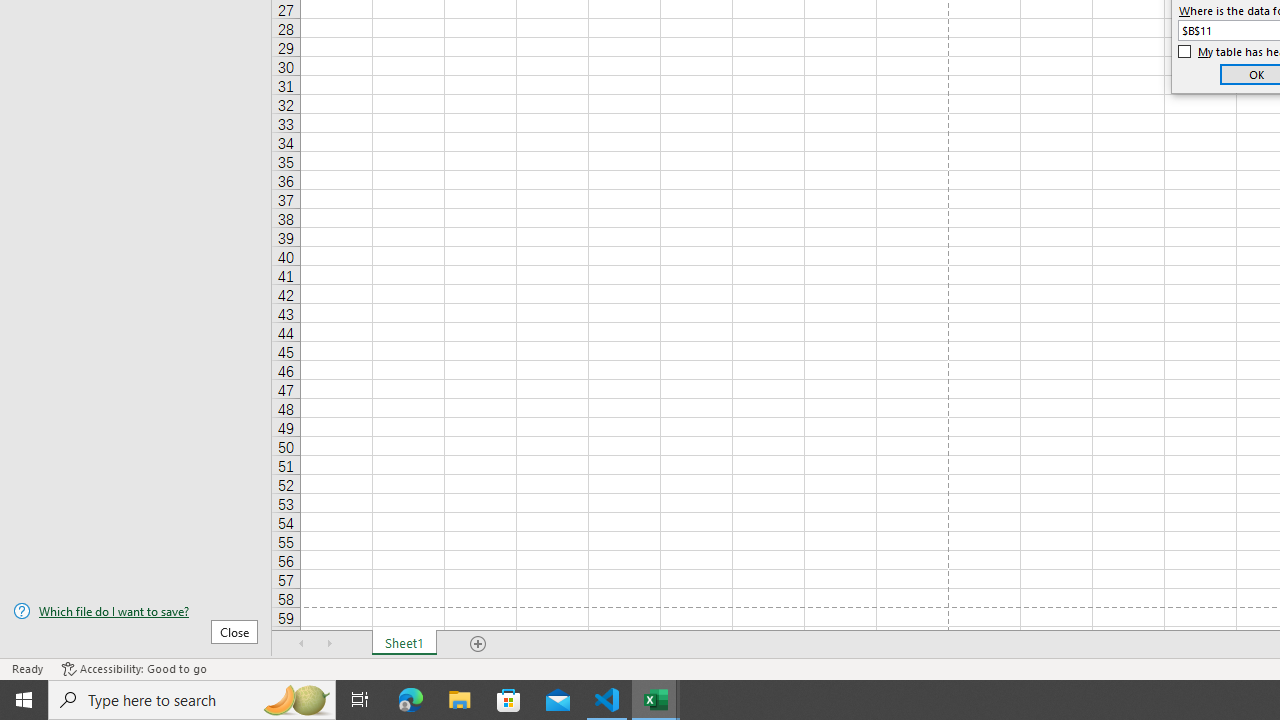 The height and width of the screenshot is (720, 1280). I want to click on 'Scroll Right', so click(330, 644).